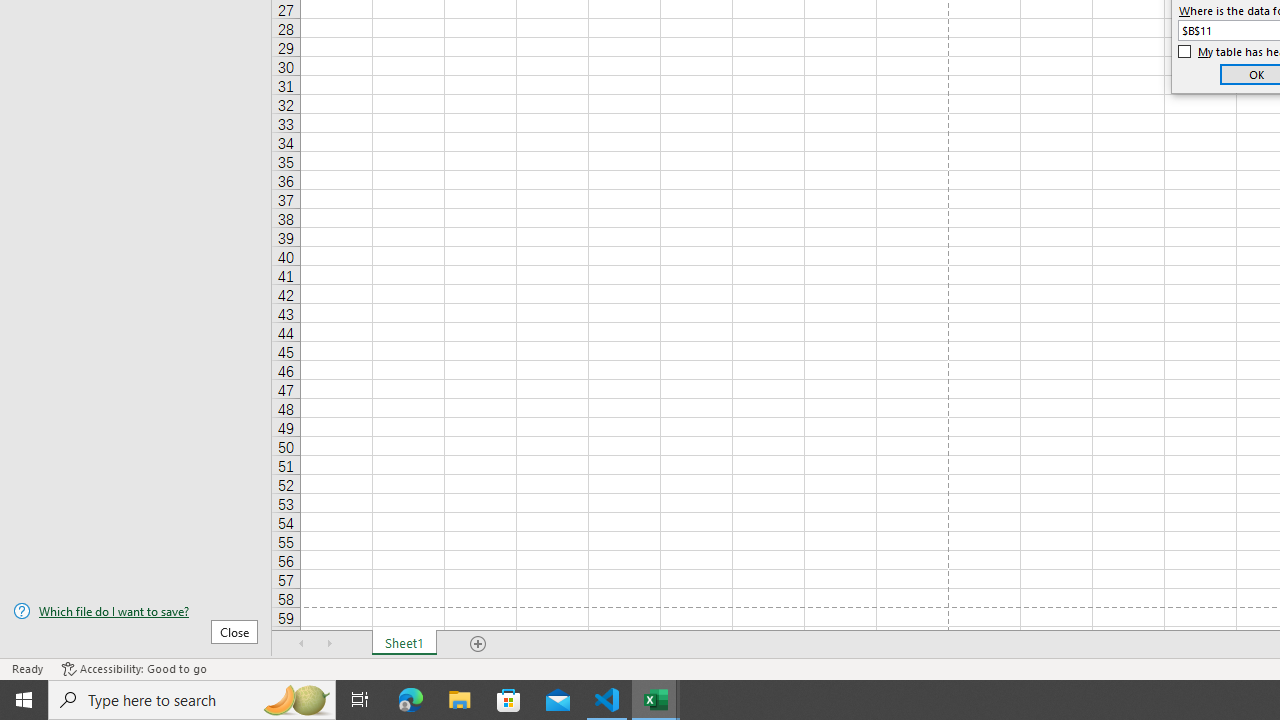 The height and width of the screenshot is (720, 1280). I want to click on 'Scroll Right', so click(330, 644).